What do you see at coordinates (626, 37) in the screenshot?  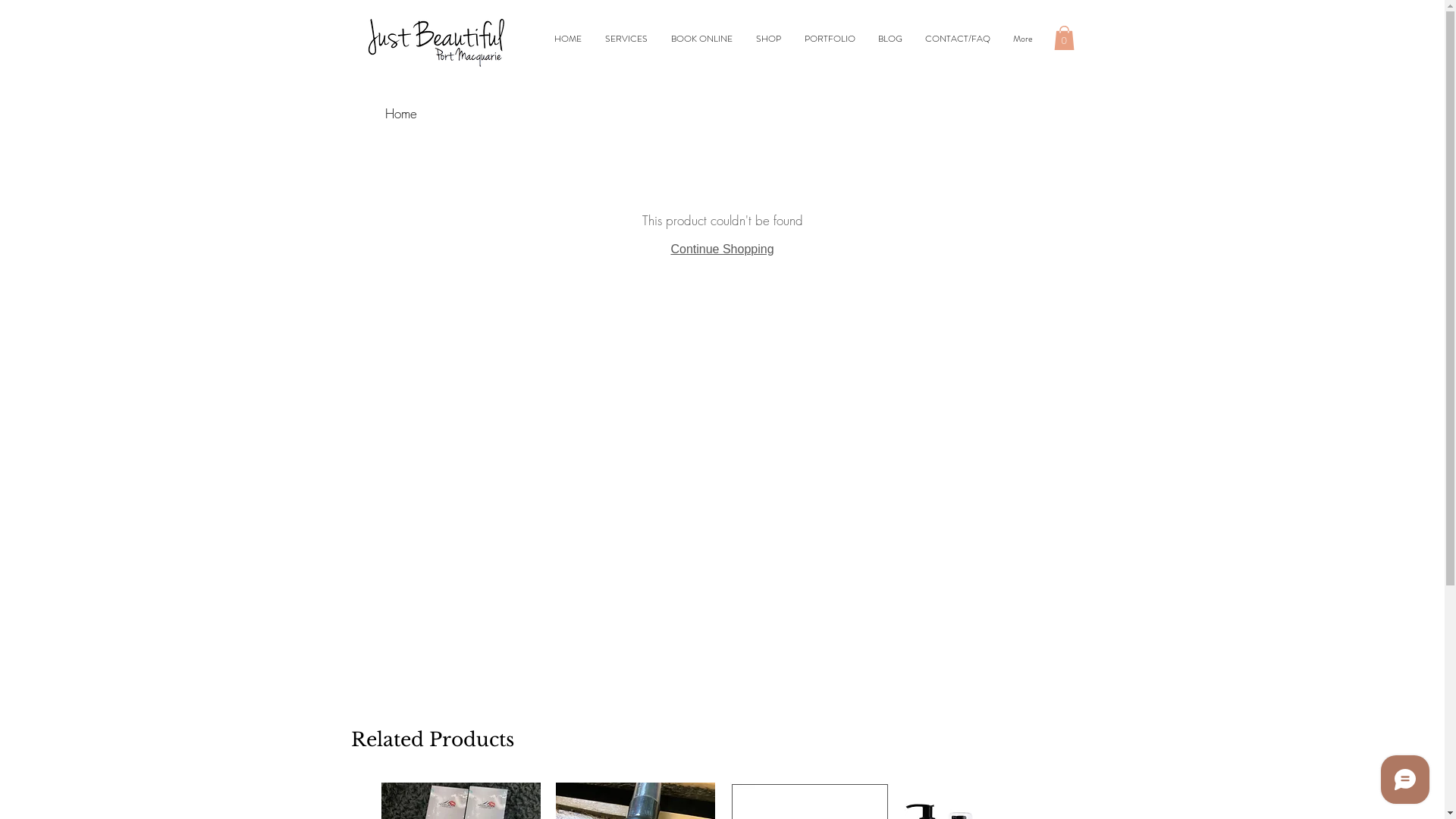 I see `'SERVICES'` at bounding box center [626, 37].